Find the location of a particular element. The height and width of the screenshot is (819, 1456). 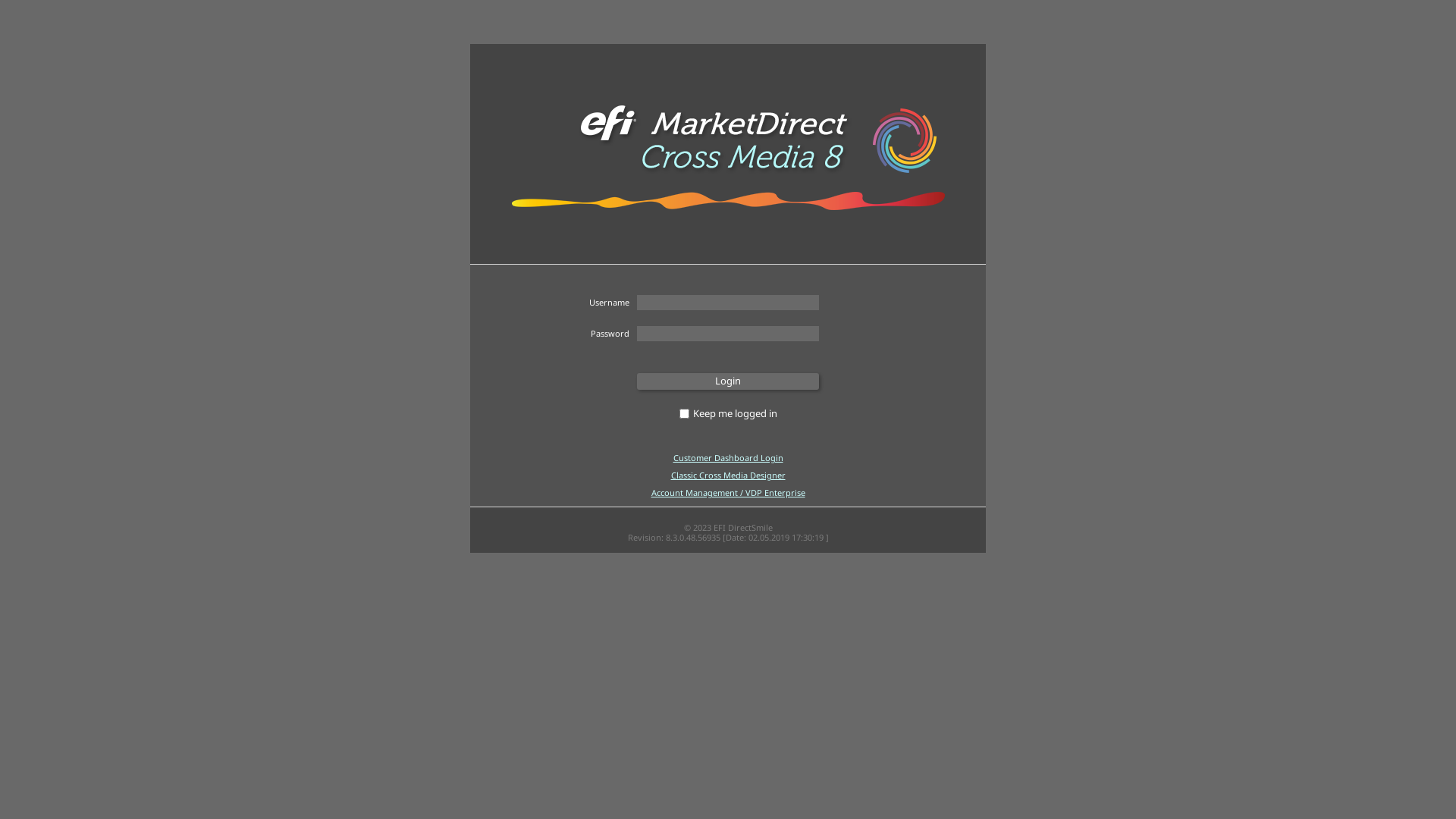

'Classic Cross Media Designer' is located at coordinates (726, 474).